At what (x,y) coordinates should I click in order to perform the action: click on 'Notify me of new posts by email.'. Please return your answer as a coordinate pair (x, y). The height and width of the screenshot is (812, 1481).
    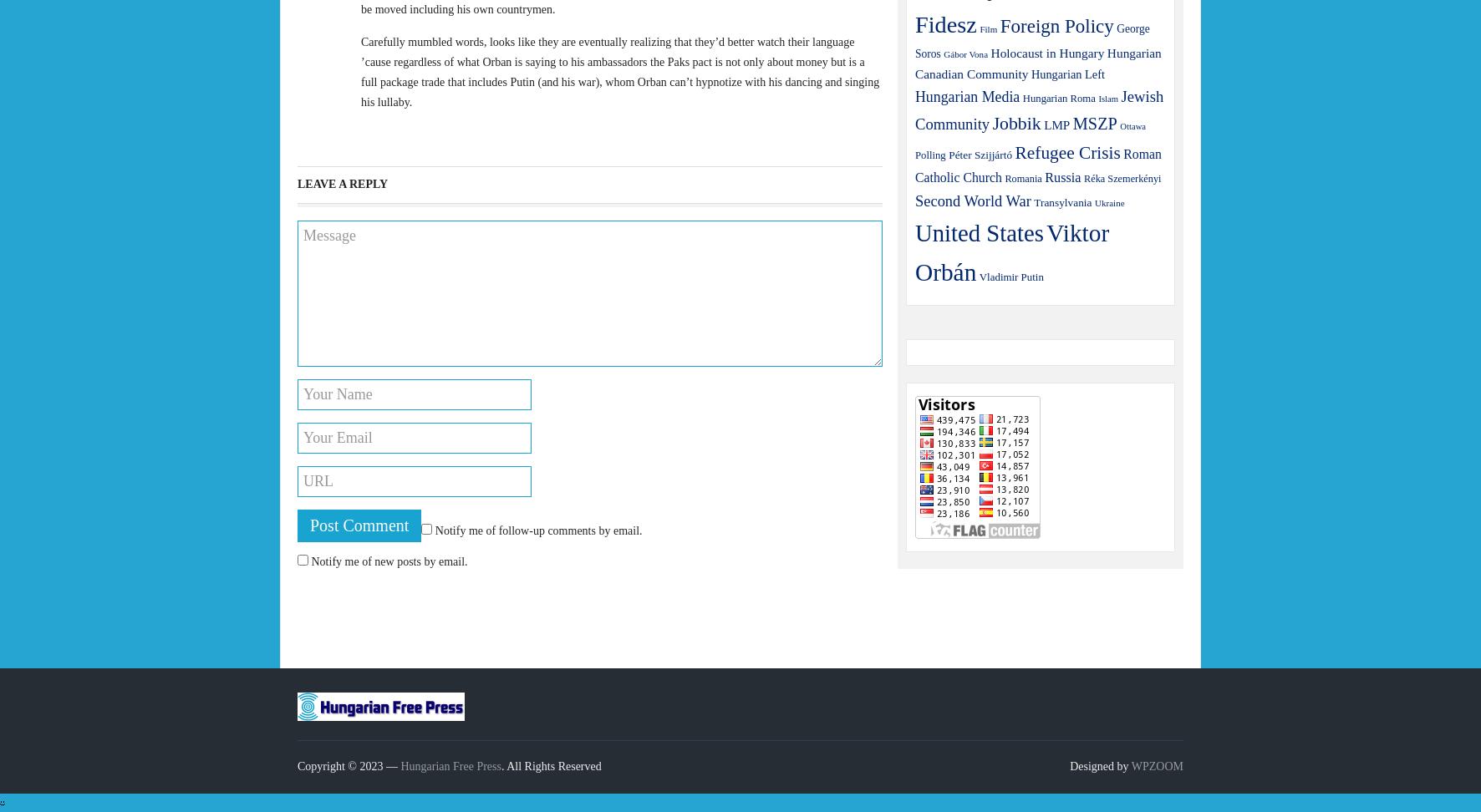
    Looking at the image, I should click on (388, 561).